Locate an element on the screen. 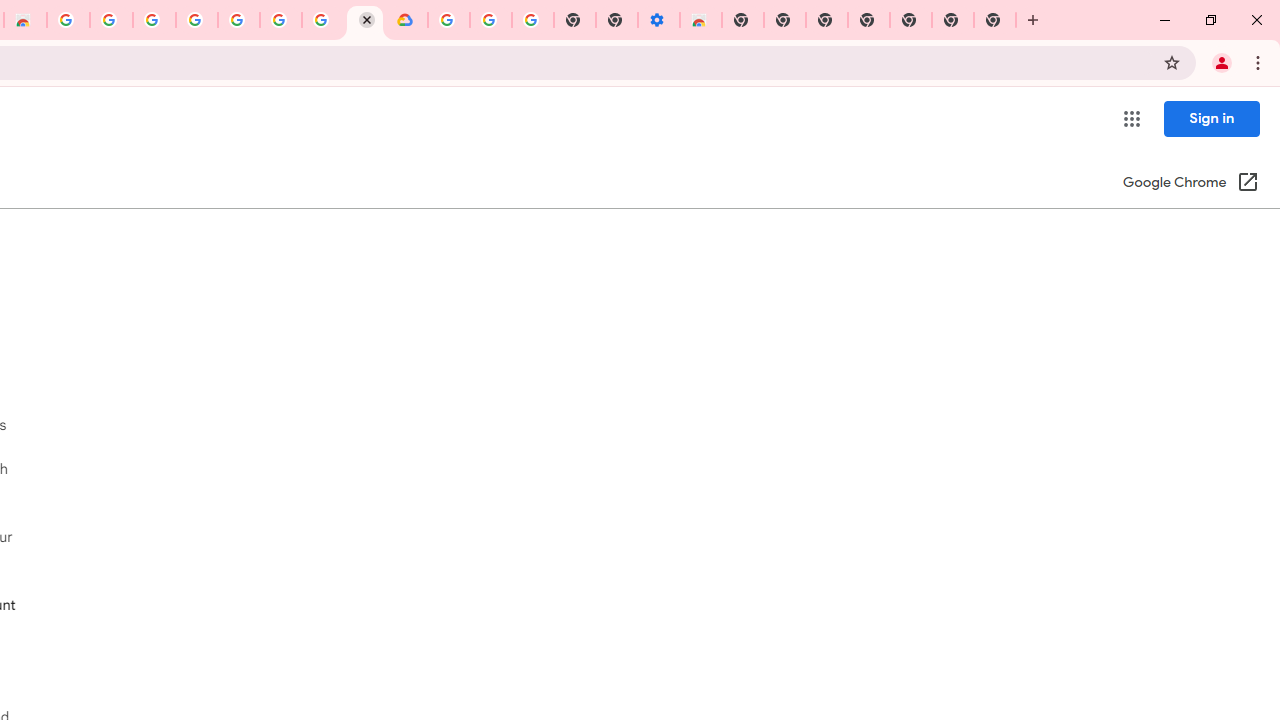  'Settings - Accessibility' is located at coordinates (658, 20).